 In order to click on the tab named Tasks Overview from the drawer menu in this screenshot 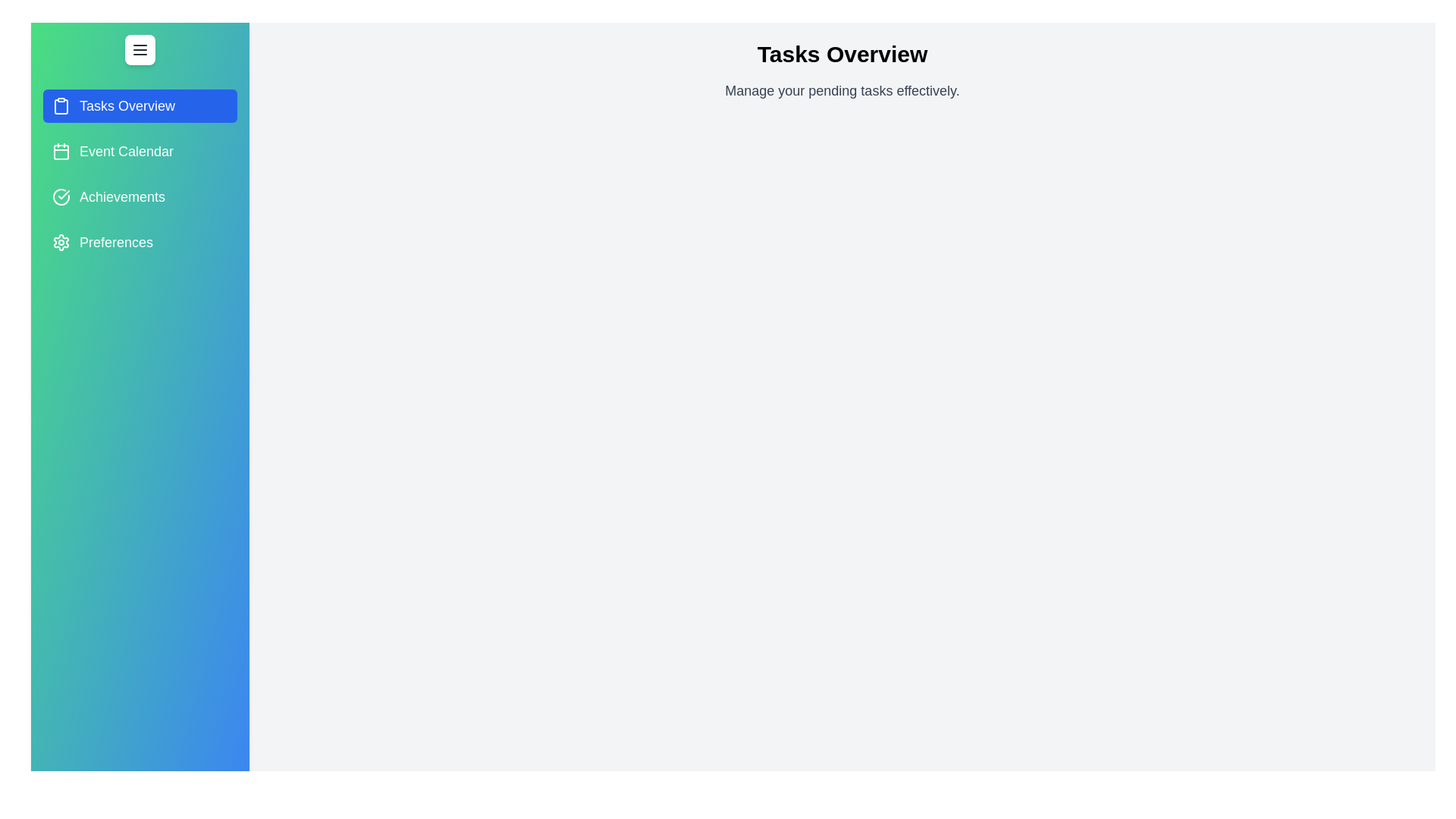, I will do `click(140, 105)`.